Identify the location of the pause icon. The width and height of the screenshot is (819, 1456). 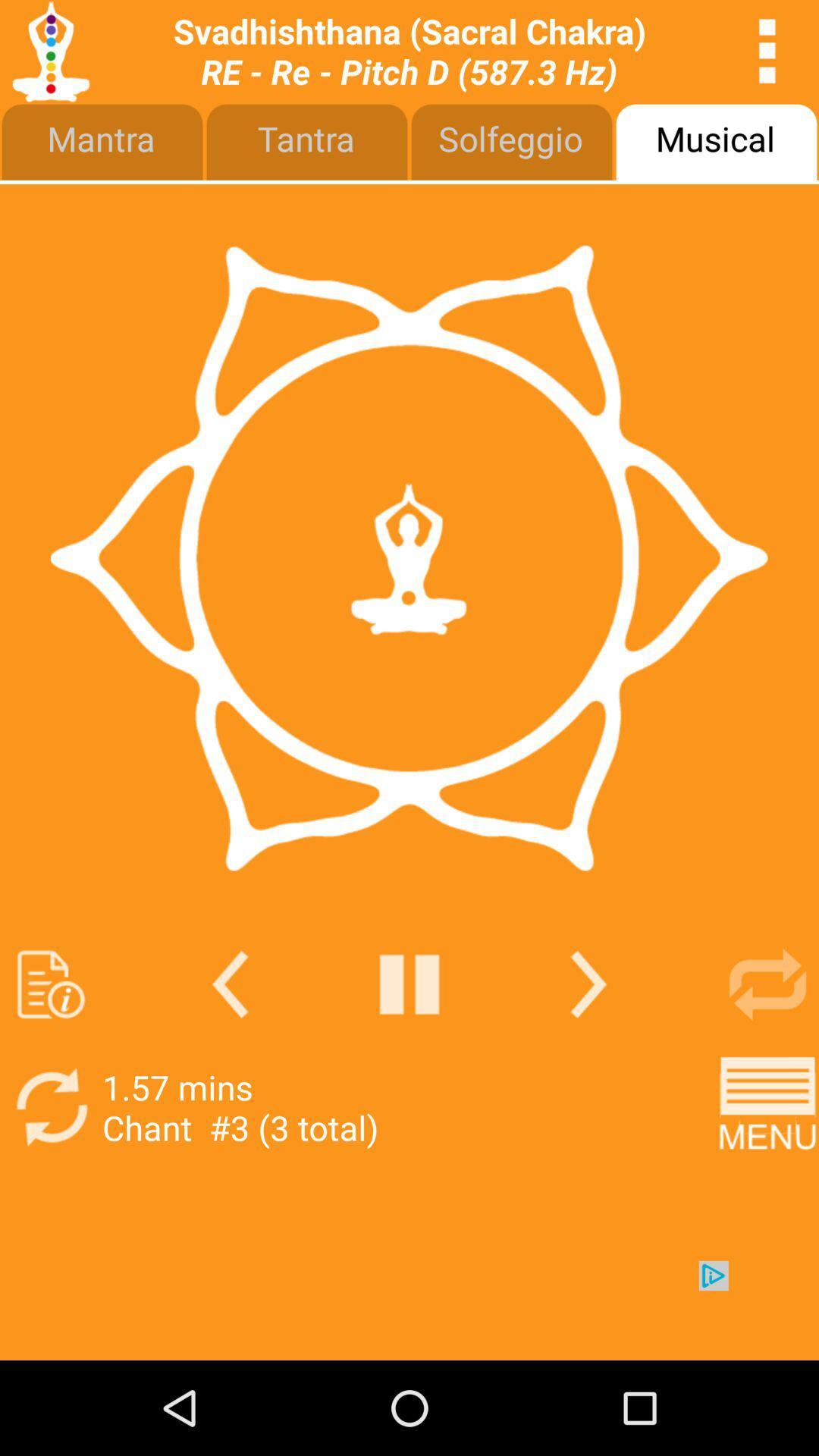
(409, 1053).